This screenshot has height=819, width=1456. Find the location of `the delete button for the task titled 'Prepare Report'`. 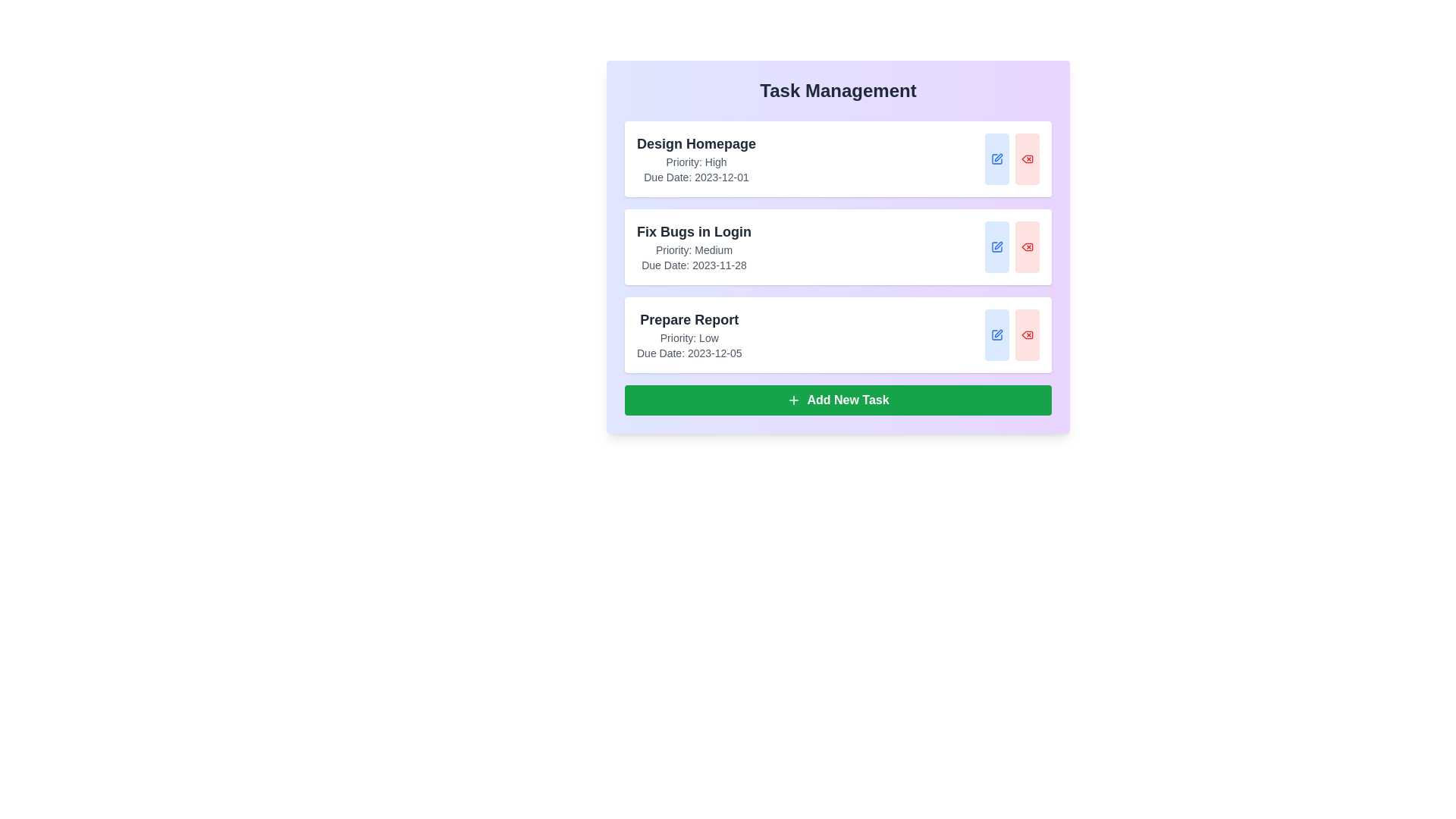

the delete button for the task titled 'Prepare Report' is located at coordinates (1027, 334).